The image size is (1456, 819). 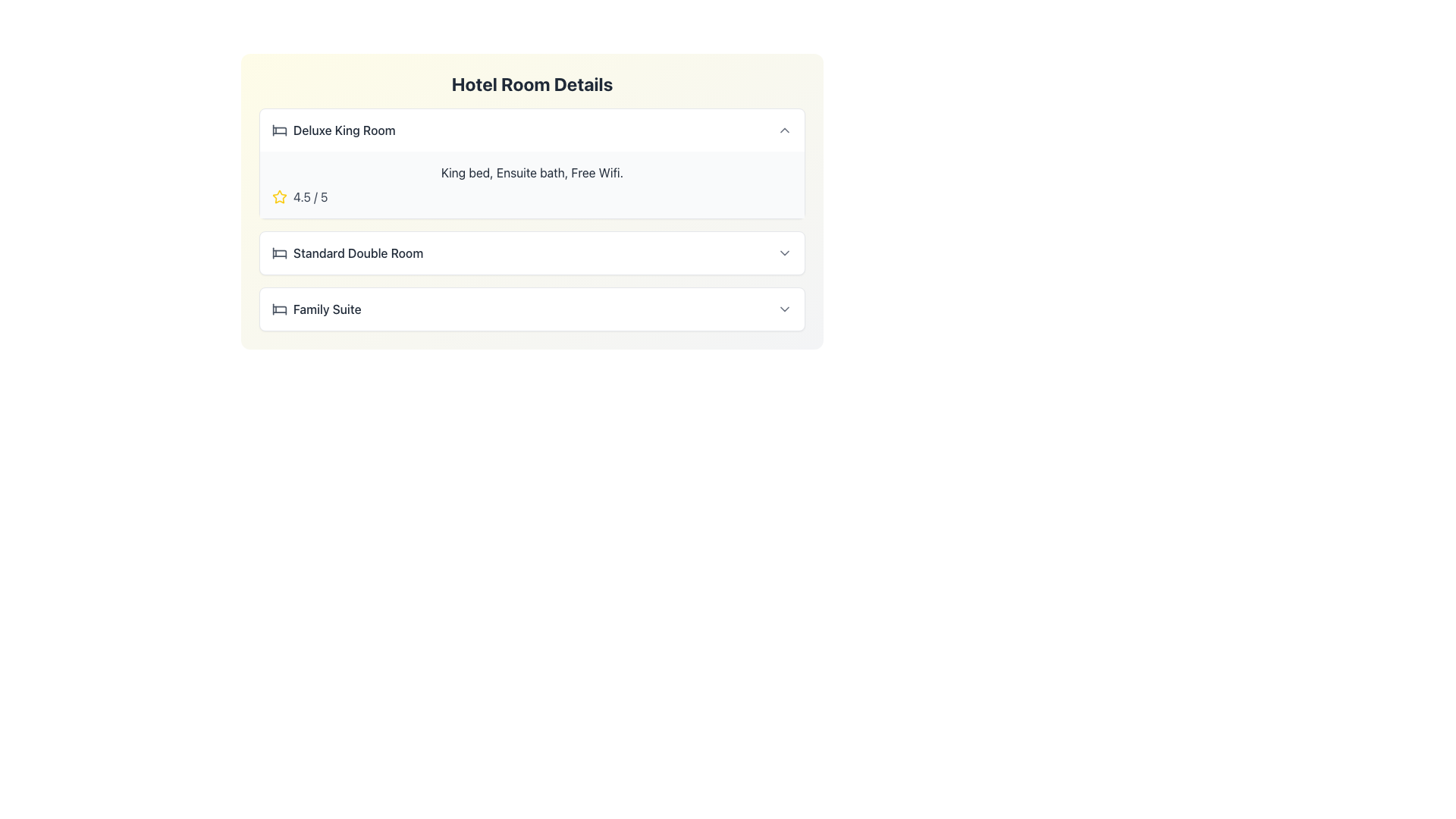 What do you see at coordinates (532, 253) in the screenshot?
I see `the selector for the 'Standard Double Room' option, which is the second item in the vertical list of room types` at bounding box center [532, 253].